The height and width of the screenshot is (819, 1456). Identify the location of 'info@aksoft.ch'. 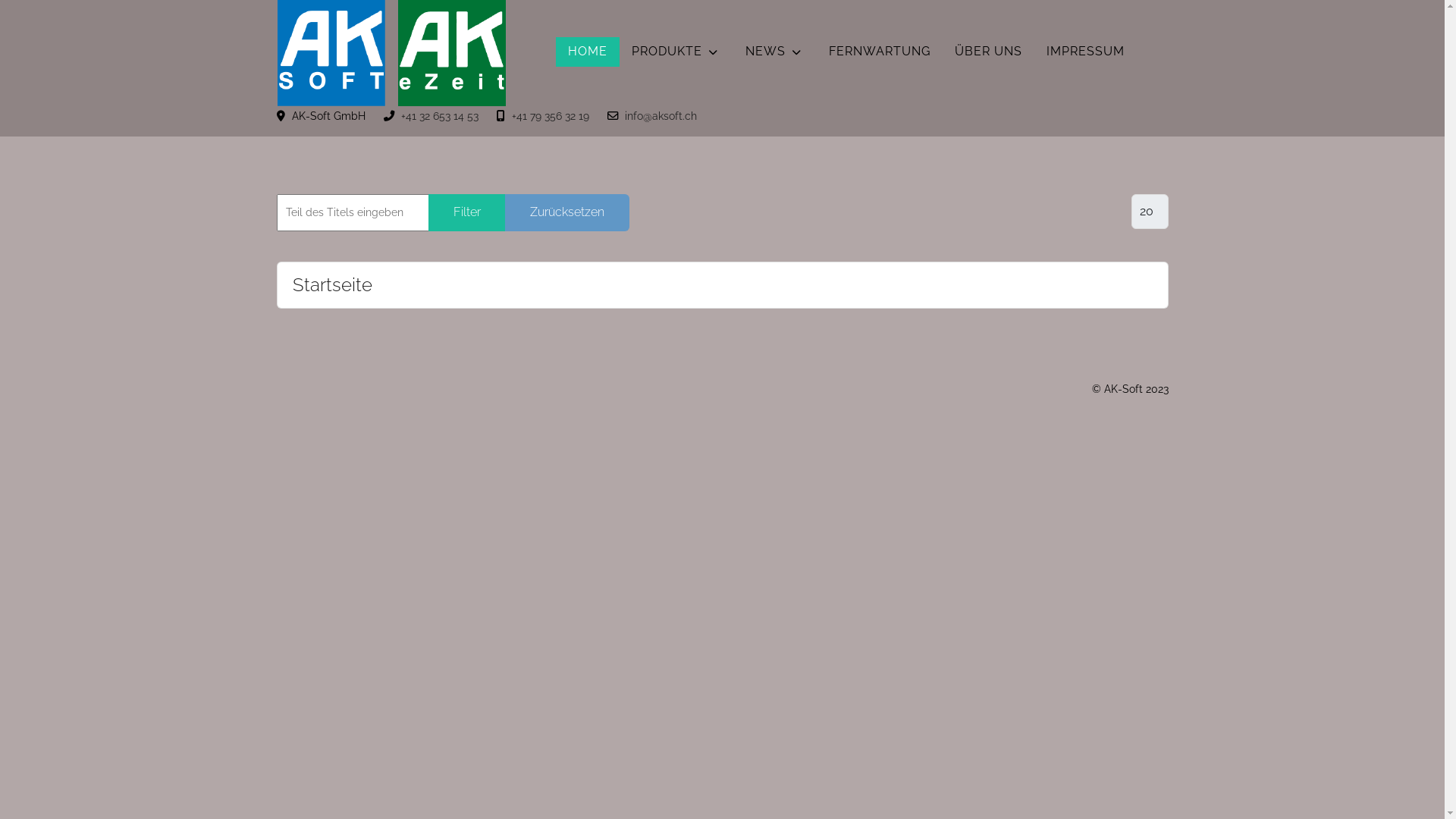
(661, 115).